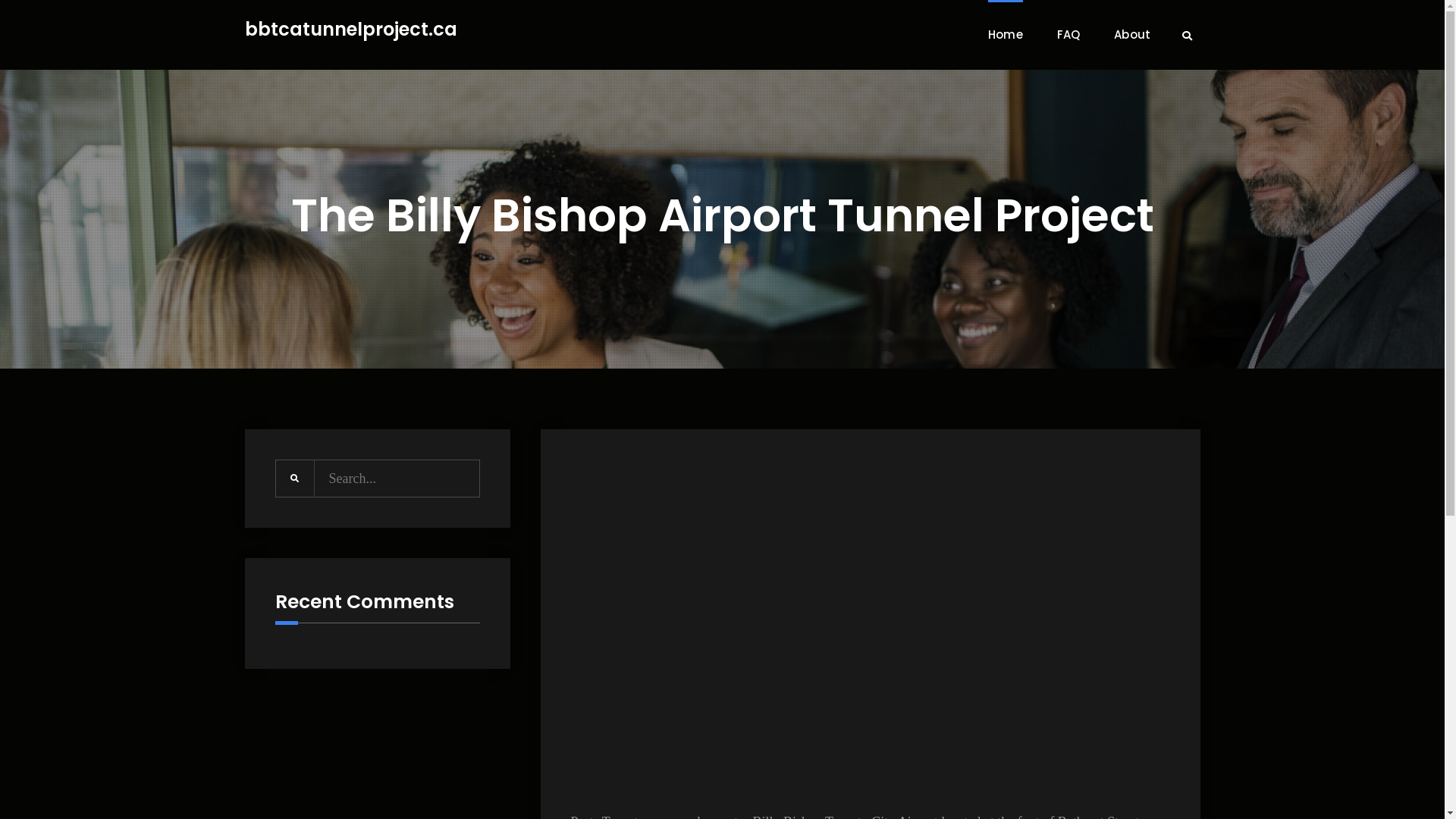 The image size is (1456, 819). Describe the element at coordinates (1068, 34) in the screenshot. I see `'FAQ'` at that location.